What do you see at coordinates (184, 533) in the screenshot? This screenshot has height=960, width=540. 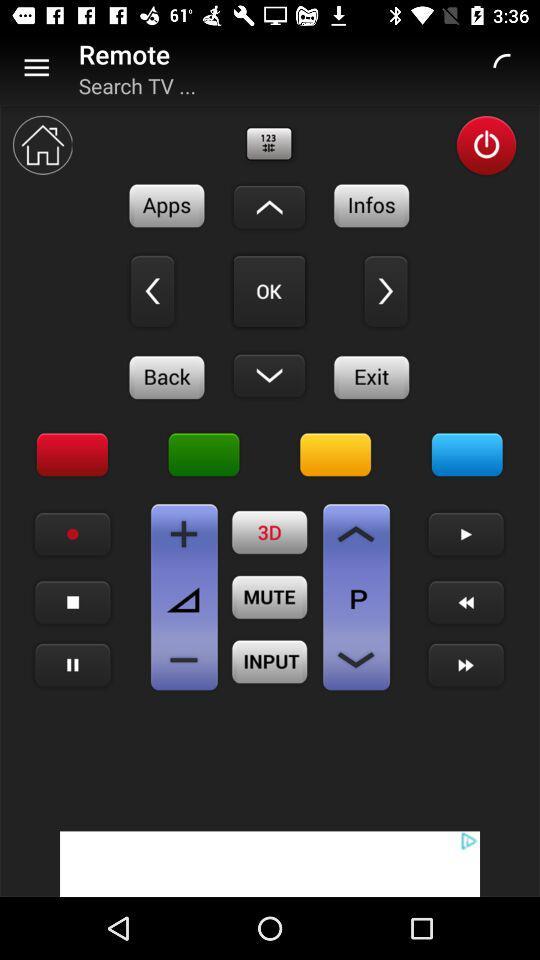 I see `increase voloume` at bounding box center [184, 533].